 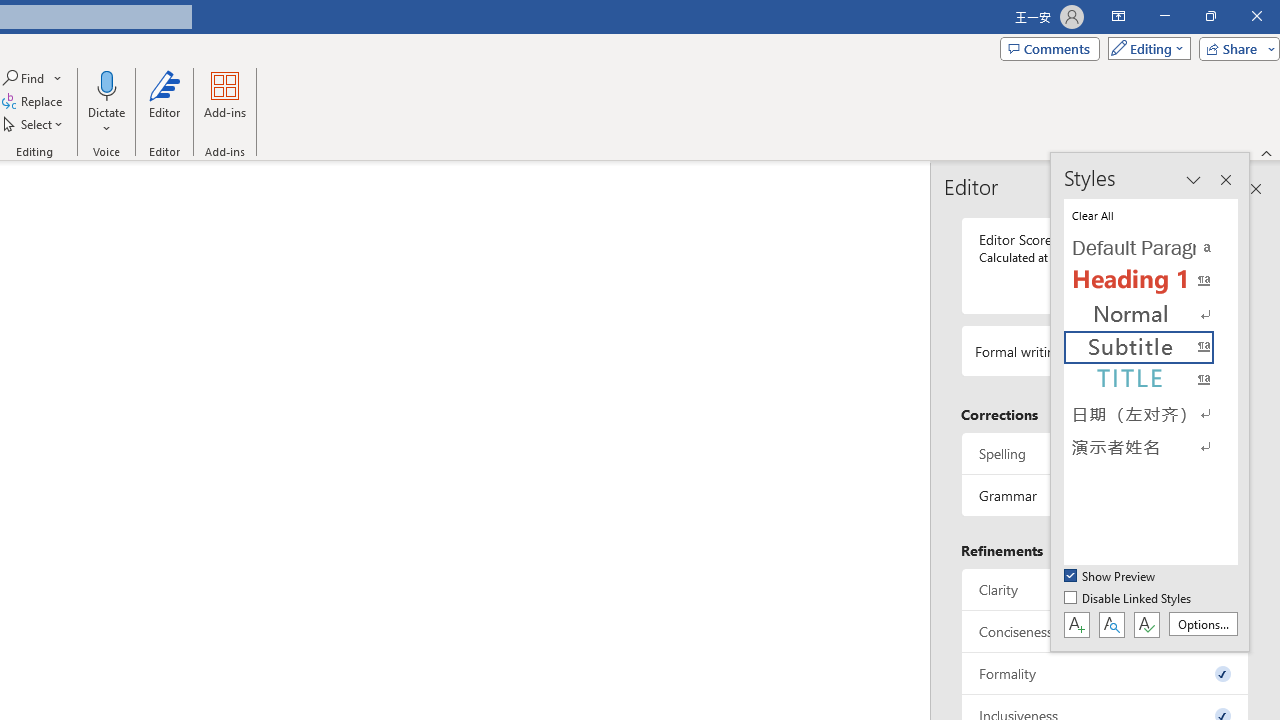 I want to click on 'Formality, 0 issues. Press space or enter to review items.', so click(x=1104, y=673).